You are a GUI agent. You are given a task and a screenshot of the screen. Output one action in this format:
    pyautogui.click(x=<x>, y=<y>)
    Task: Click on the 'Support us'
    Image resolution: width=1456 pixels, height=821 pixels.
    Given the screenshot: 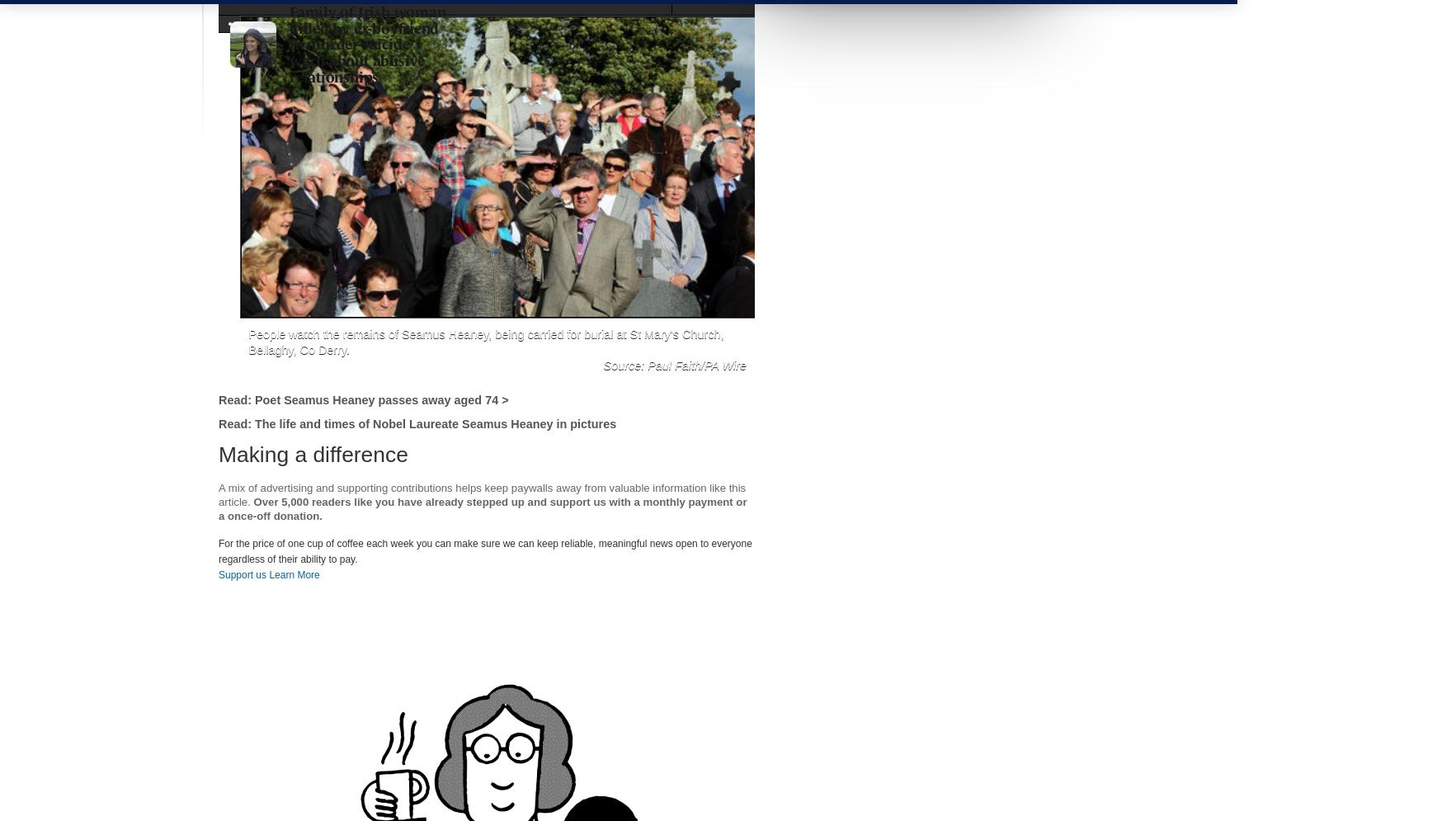 What is the action you would take?
    pyautogui.click(x=217, y=574)
    